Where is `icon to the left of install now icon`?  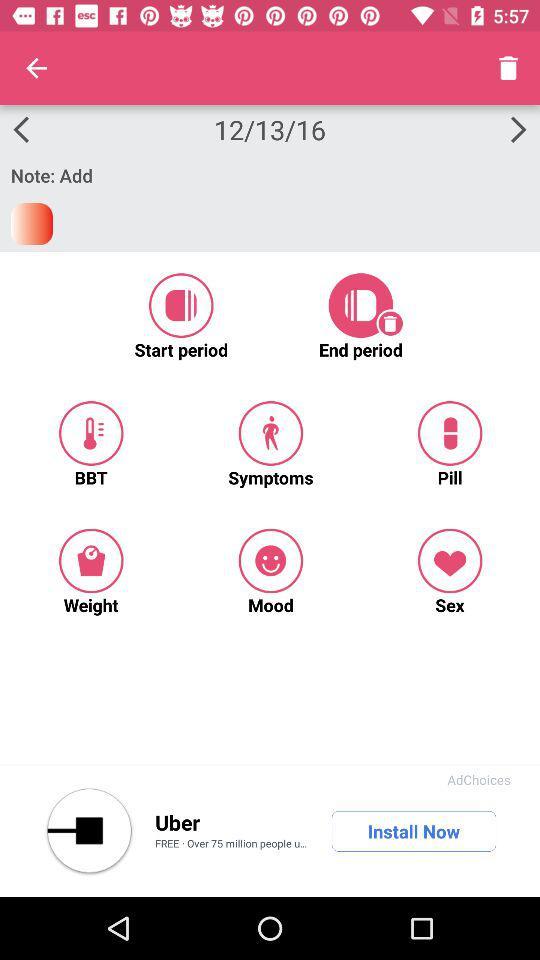 icon to the left of install now icon is located at coordinates (177, 822).